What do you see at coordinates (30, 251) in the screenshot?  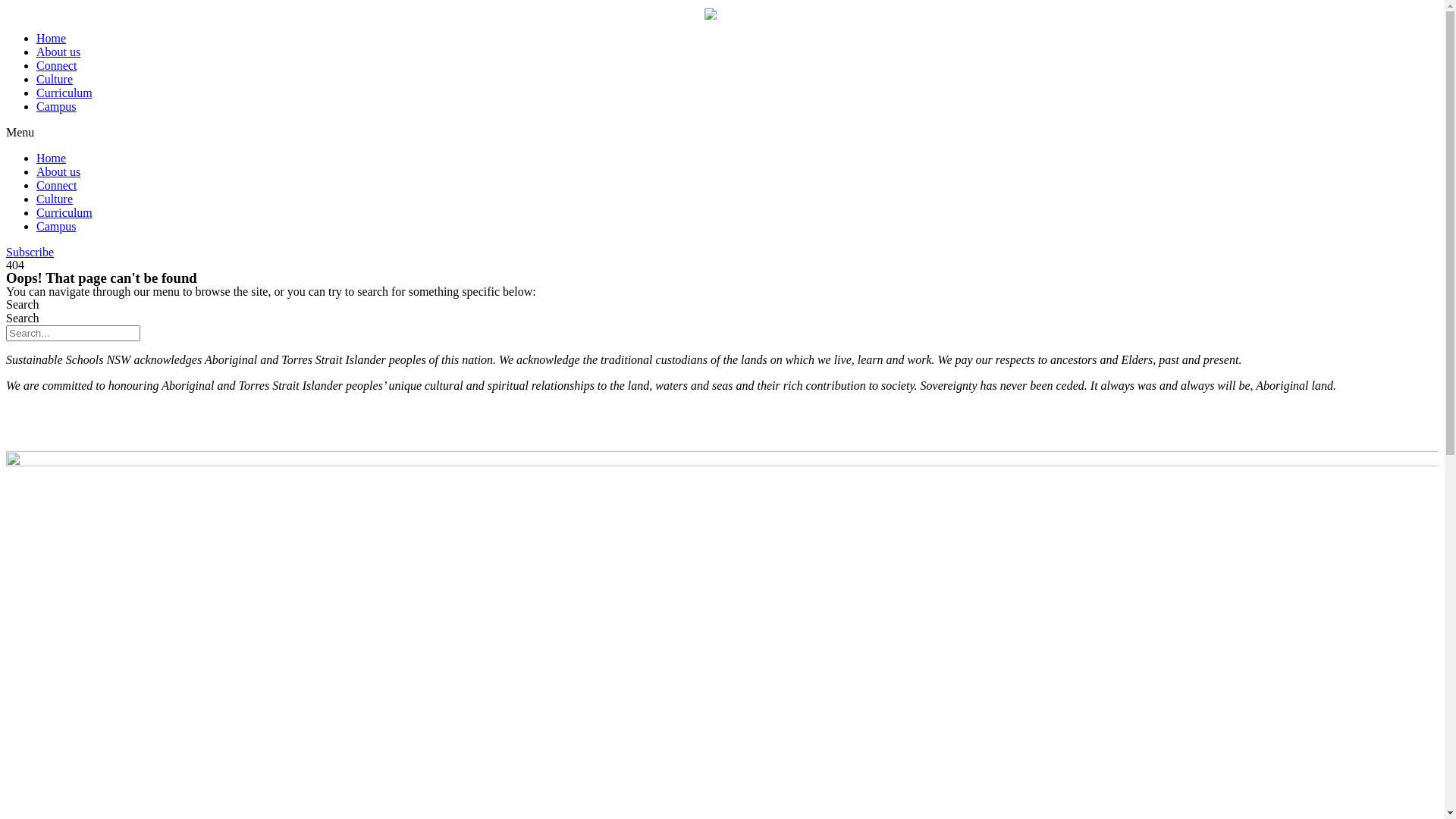 I see `'Subscribe'` at bounding box center [30, 251].